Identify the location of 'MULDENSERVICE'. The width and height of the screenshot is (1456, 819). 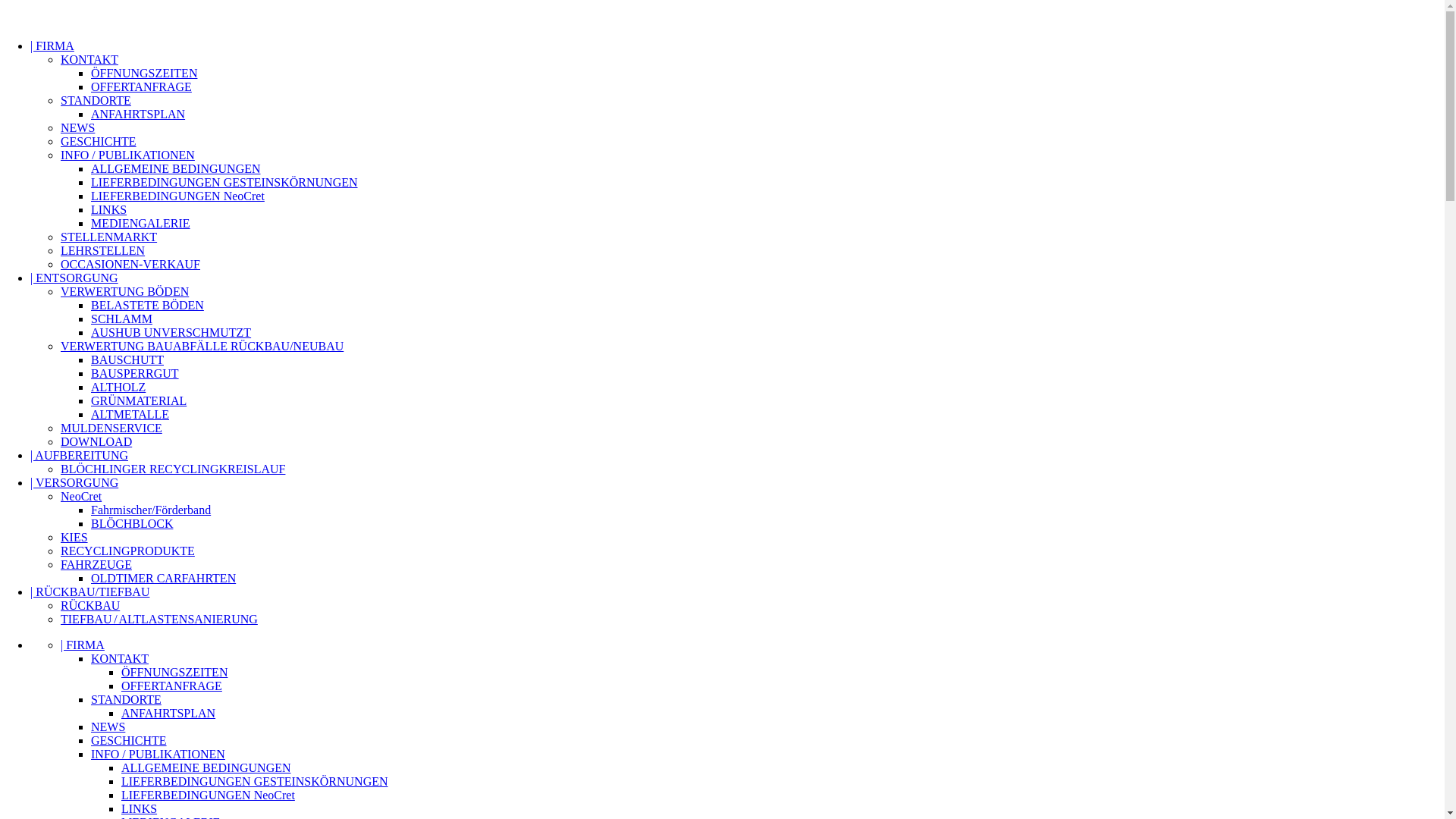
(111, 428).